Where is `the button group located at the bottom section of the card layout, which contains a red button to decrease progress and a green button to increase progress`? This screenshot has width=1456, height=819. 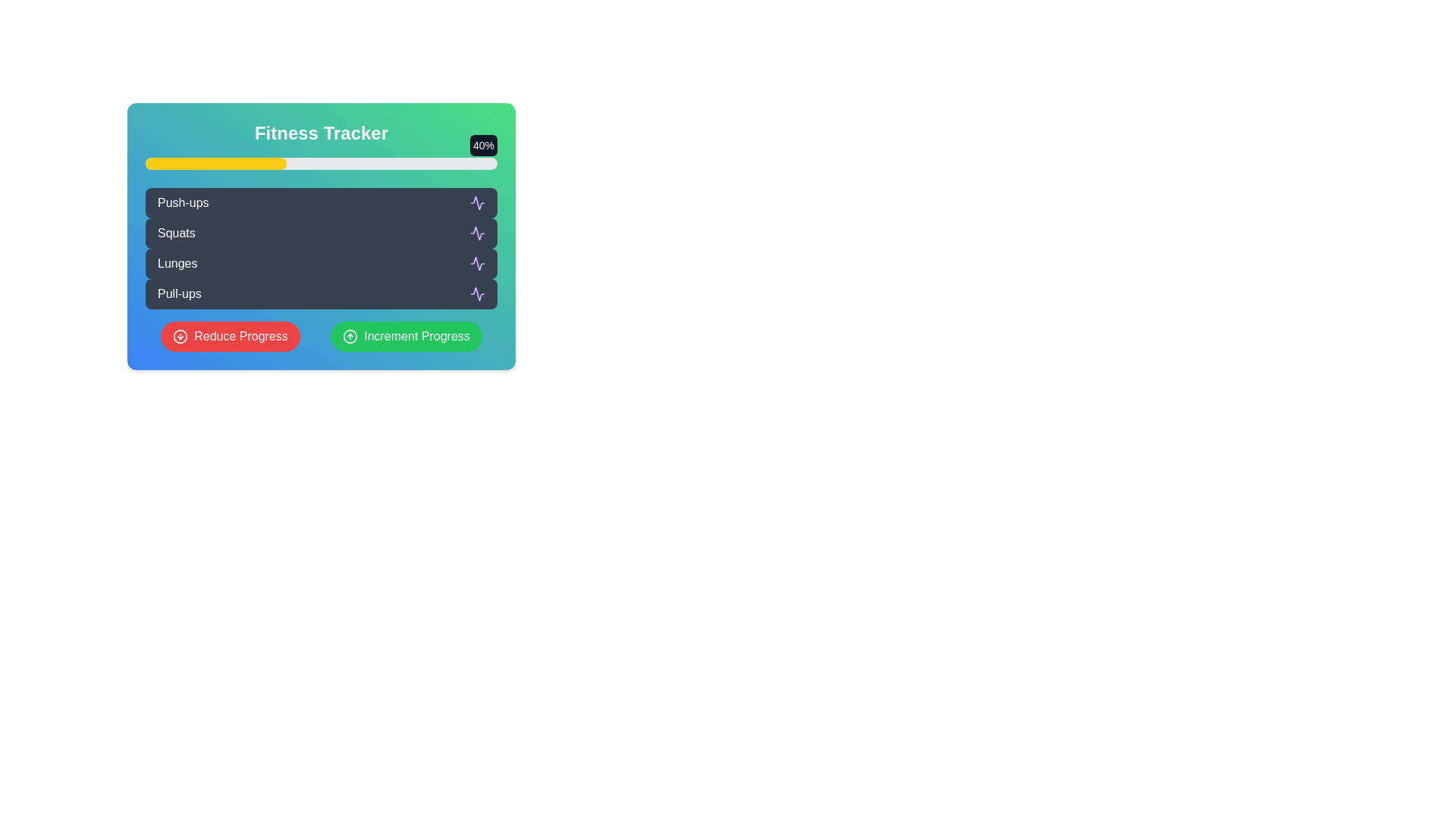 the button group located at the bottom section of the card layout, which contains a red button to decrease progress and a green button to increase progress is located at coordinates (320, 335).